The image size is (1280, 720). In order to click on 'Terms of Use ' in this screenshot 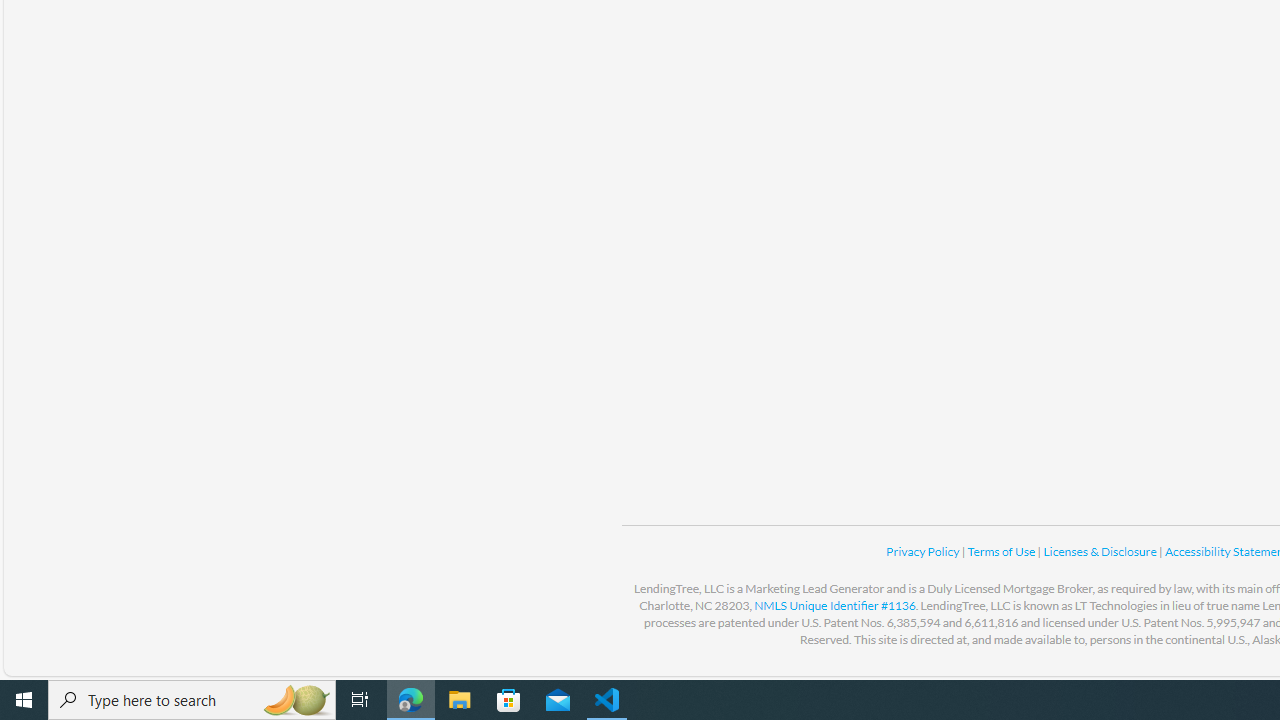, I will do `click(1002, 551)`.